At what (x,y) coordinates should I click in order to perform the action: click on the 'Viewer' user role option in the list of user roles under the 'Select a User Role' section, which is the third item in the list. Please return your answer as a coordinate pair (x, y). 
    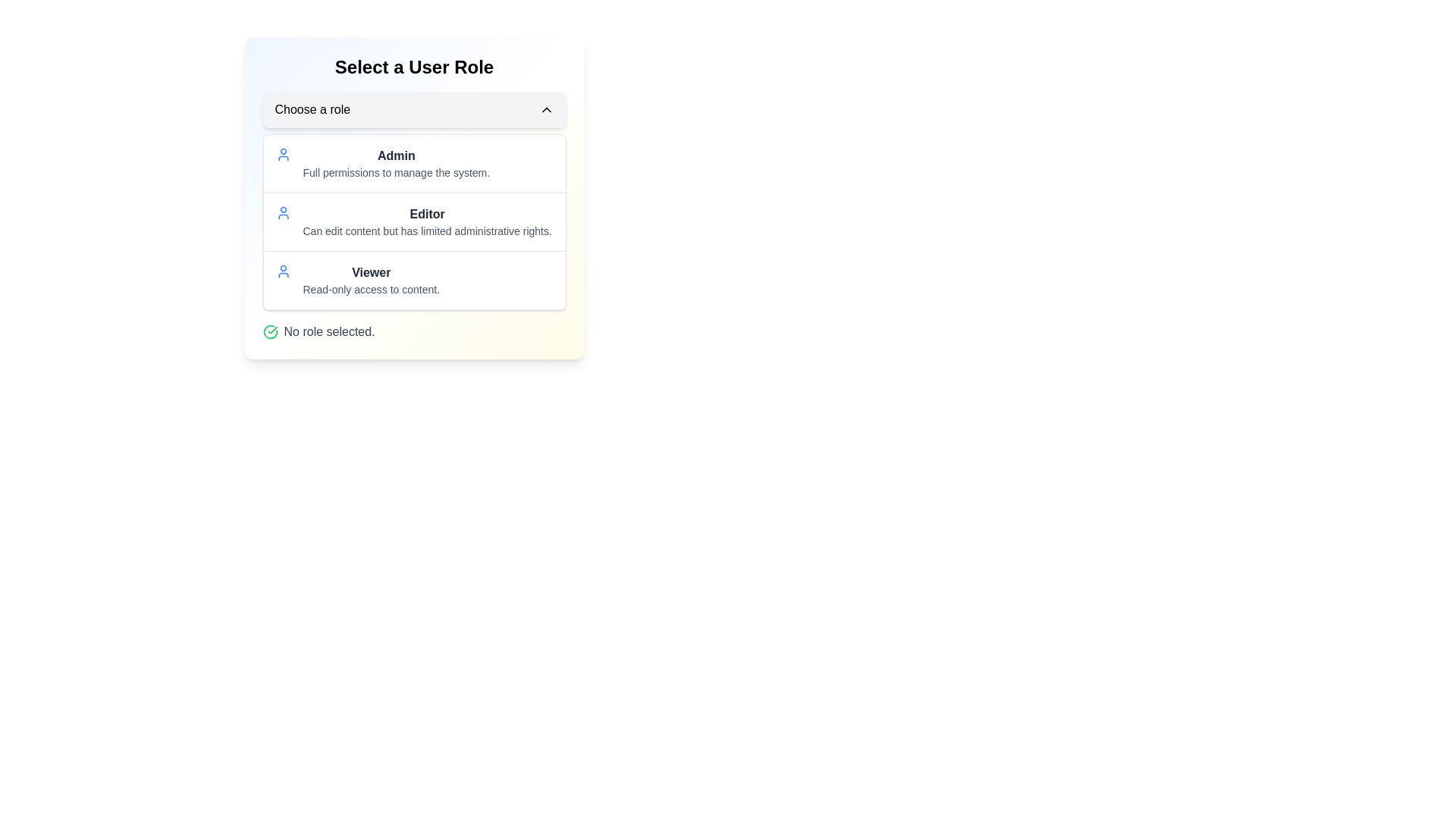
    Looking at the image, I should click on (414, 281).